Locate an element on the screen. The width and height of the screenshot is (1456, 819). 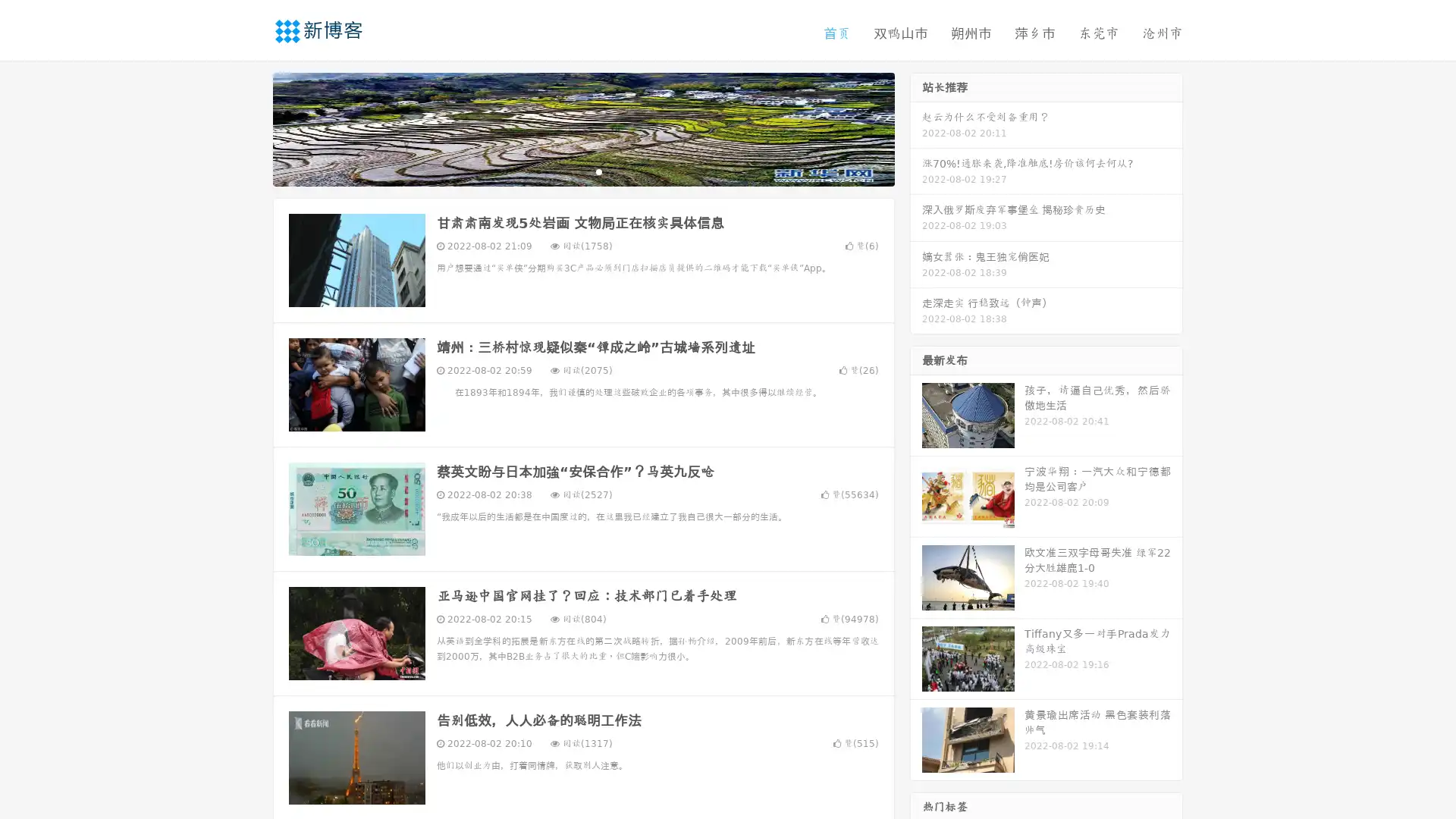
Go to slide 1 is located at coordinates (567, 171).